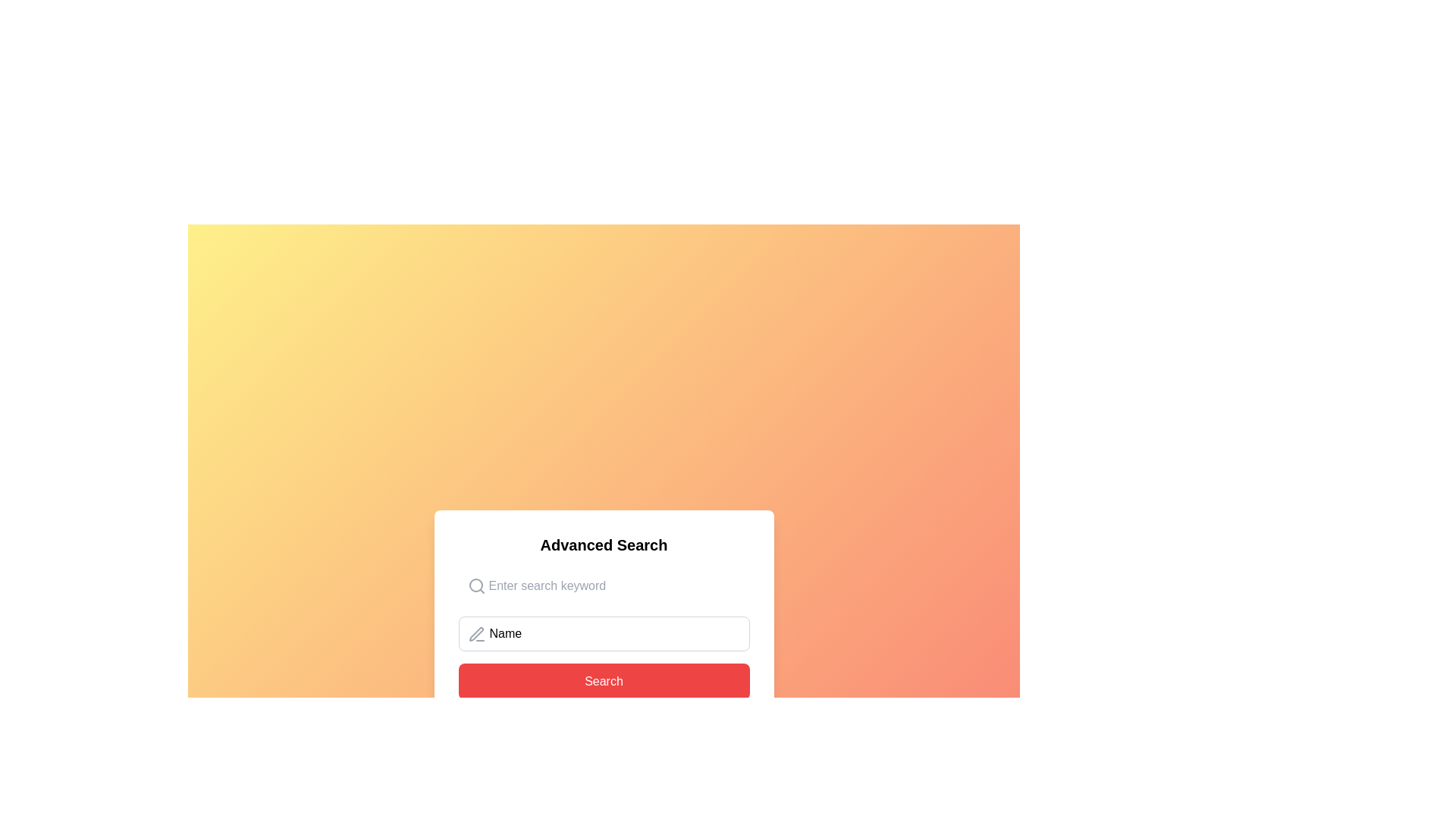  Describe the element at coordinates (603, 680) in the screenshot. I see `the submit button located in the 'Advanced Search' section below the 'Name' input field` at that location.